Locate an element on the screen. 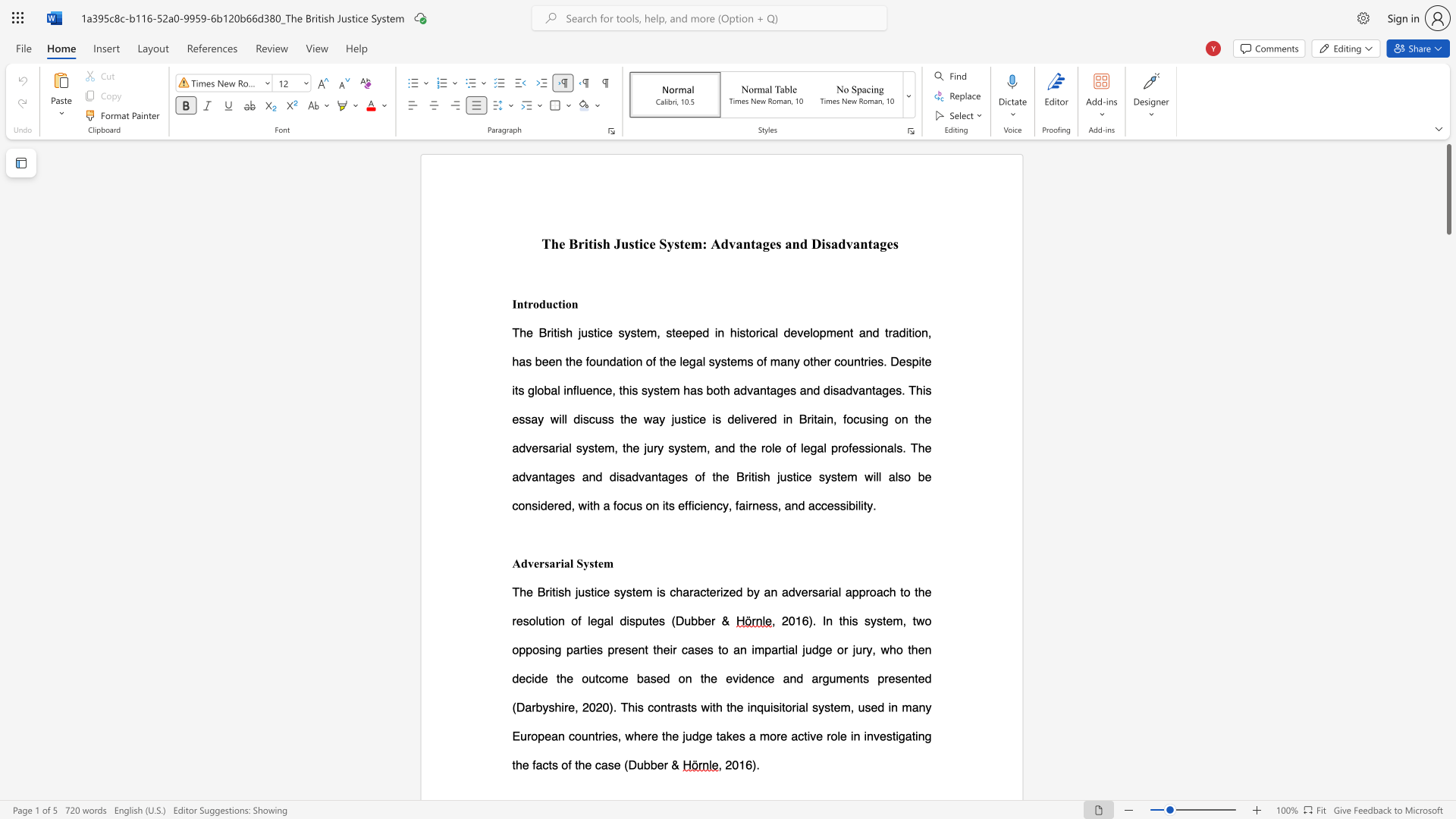 Image resolution: width=1456 pixels, height=819 pixels. the 1th character "&" in the text is located at coordinates (674, 764).